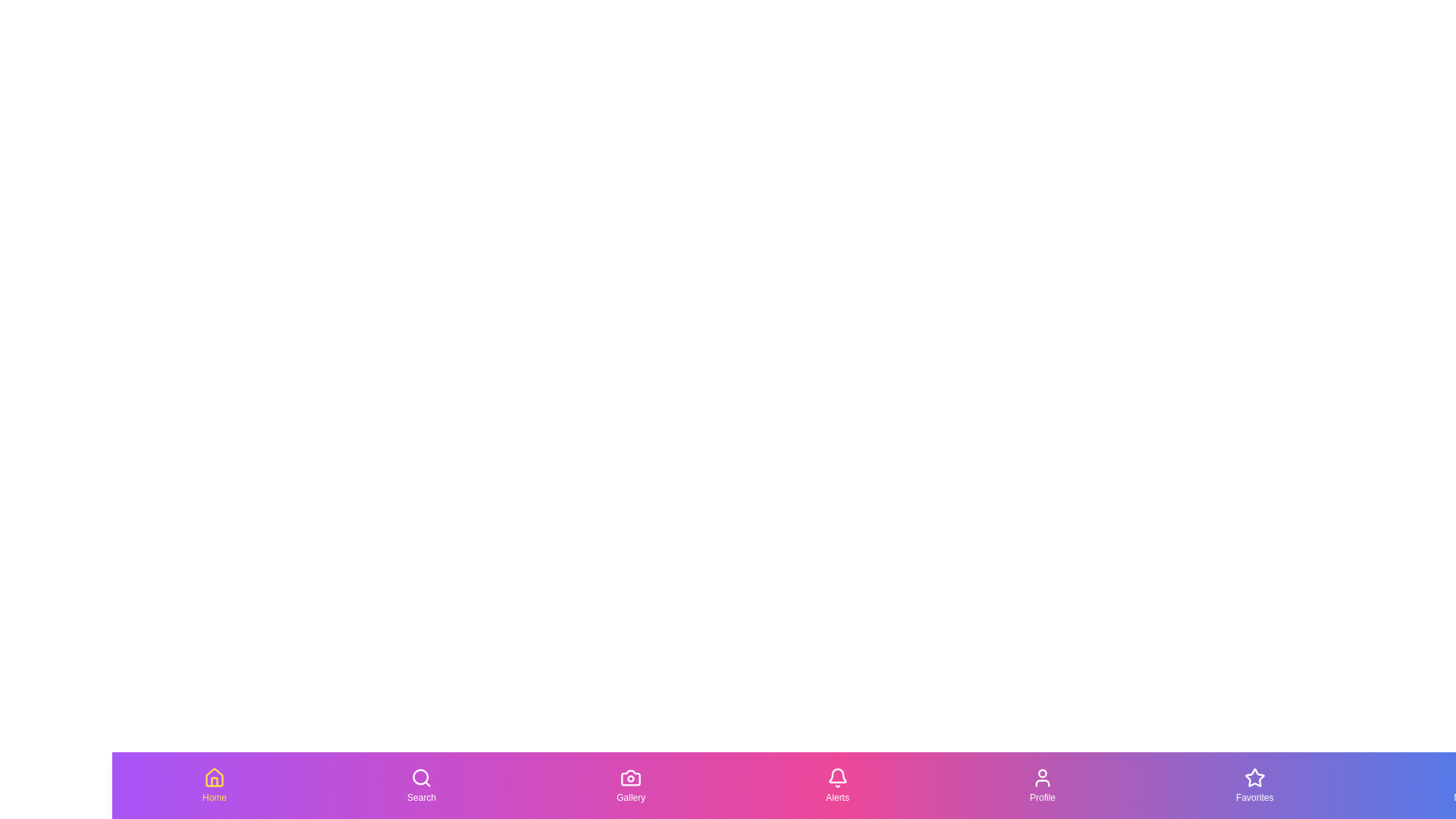 The width and height of the screenshot is (1456, 819). I want to click on the Favorites icon in the bottom navigation bar, so click(1255, 785).